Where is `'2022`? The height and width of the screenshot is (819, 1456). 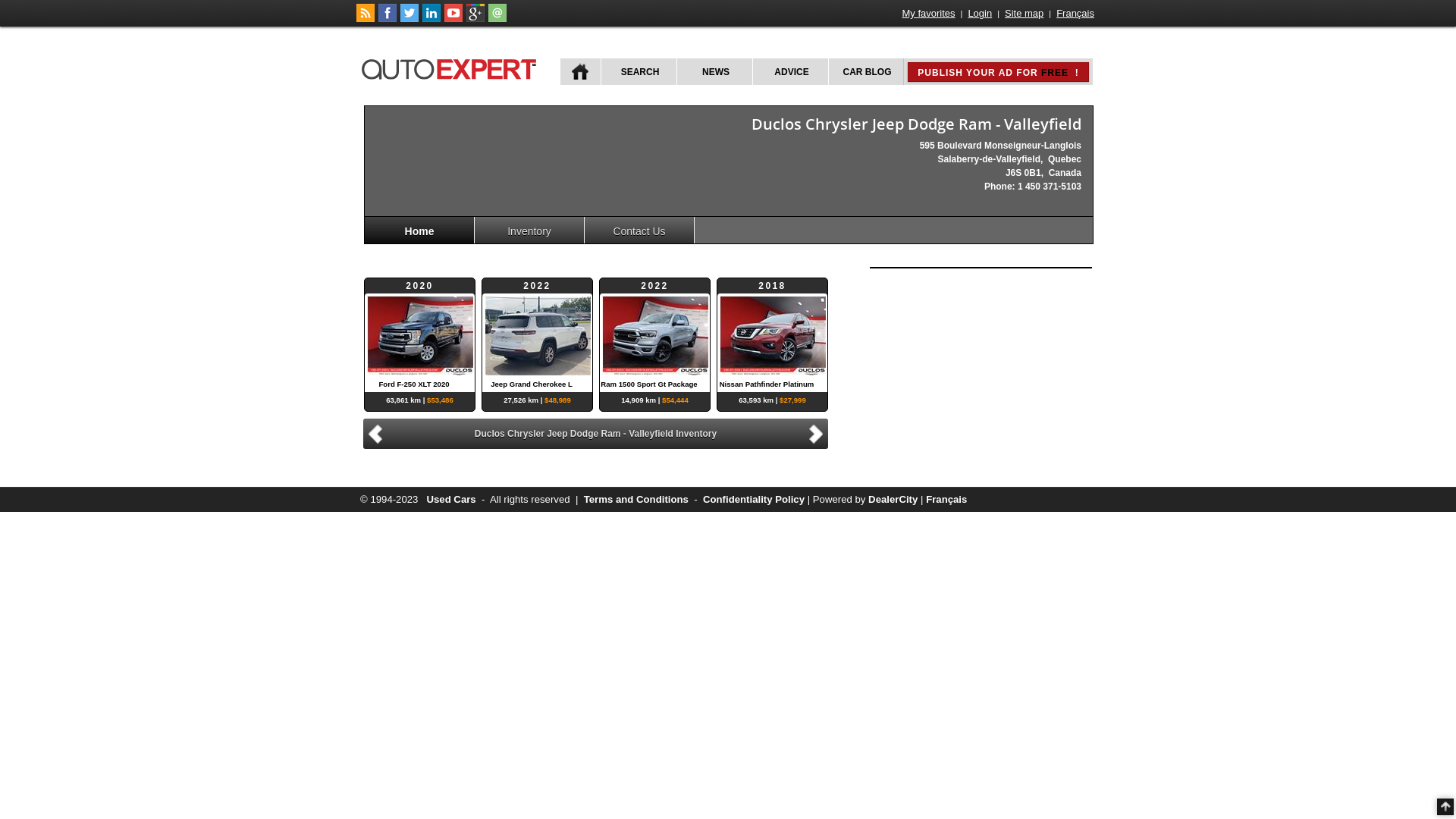 '2022 is located at coordinates (599, 334).